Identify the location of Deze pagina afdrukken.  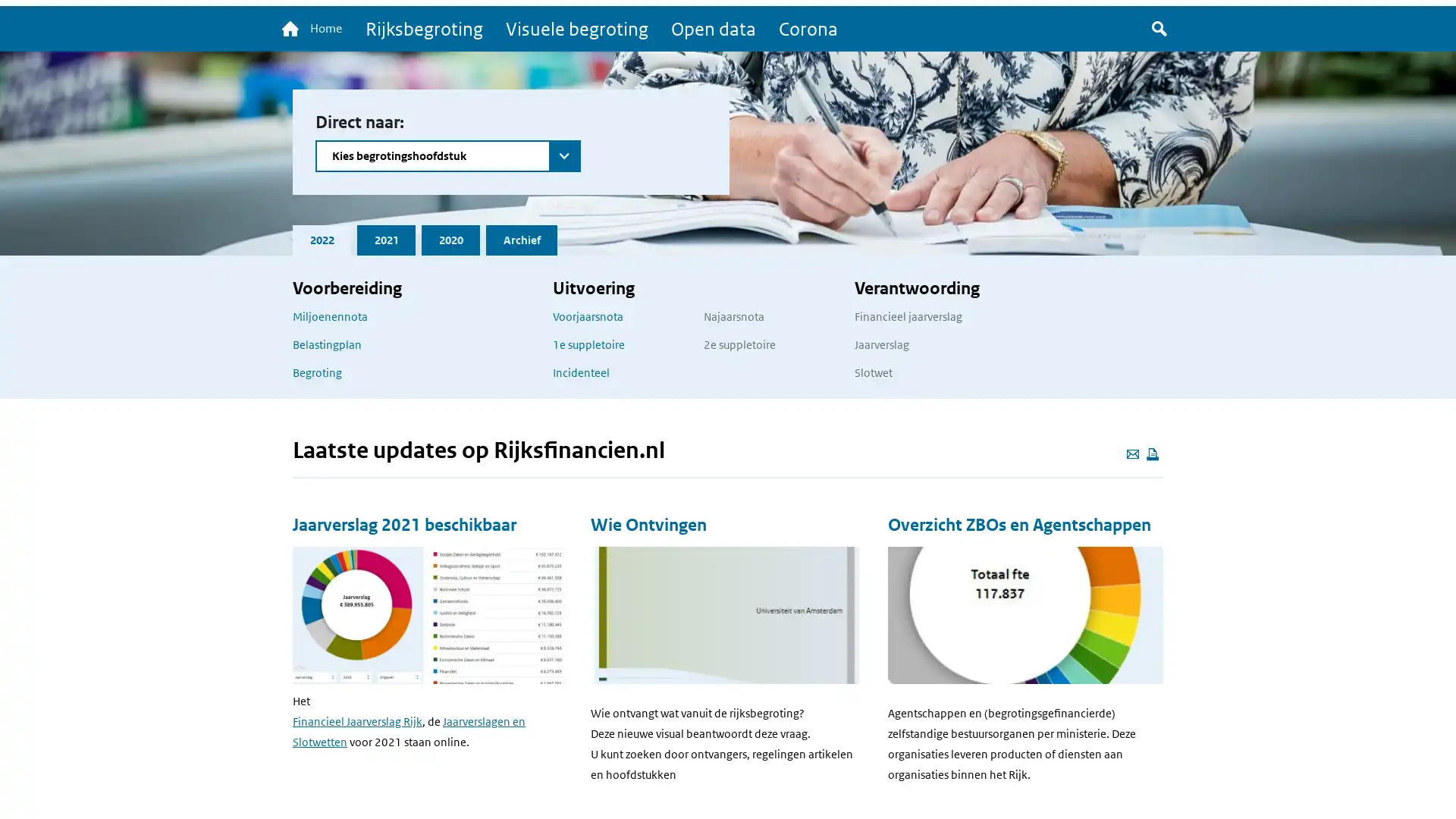
(1153, 454).